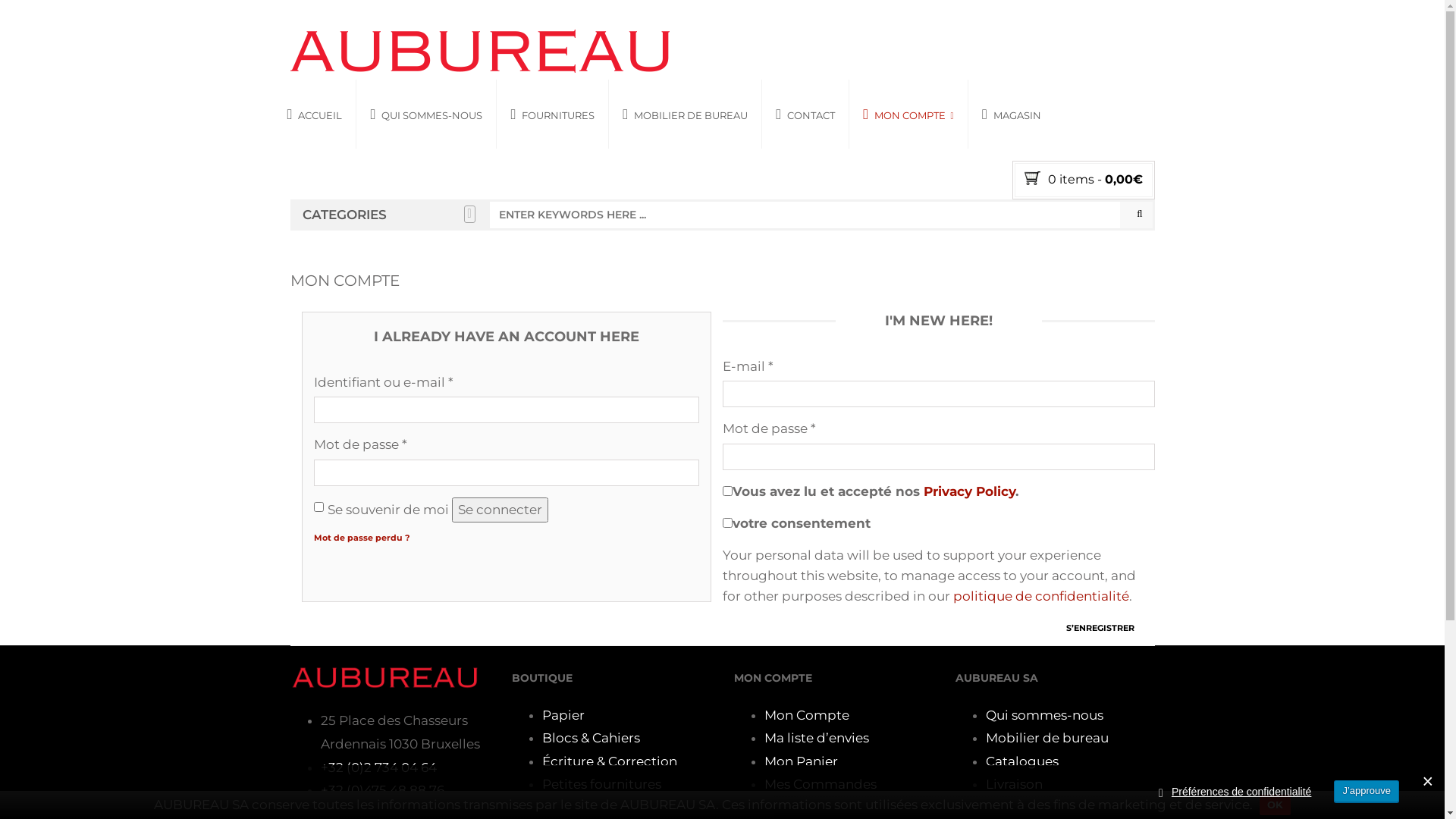 This screenshot has height=819, width=1456. Describe the element at coordinates (563, 714) in the screenshot. I see `'Papier'` at that location.